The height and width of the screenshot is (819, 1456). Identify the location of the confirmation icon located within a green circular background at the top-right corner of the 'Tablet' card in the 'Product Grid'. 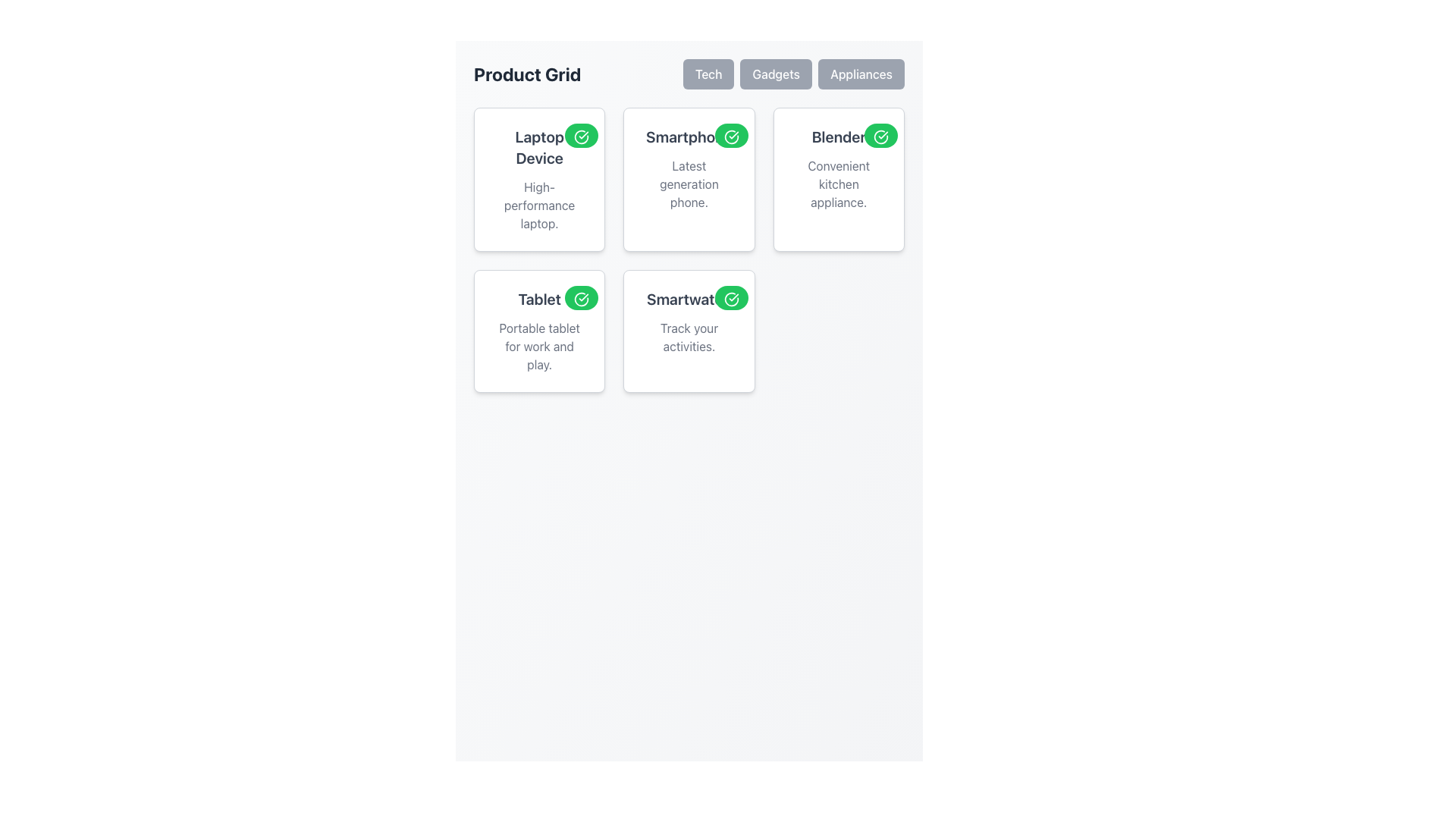
(581, 299).